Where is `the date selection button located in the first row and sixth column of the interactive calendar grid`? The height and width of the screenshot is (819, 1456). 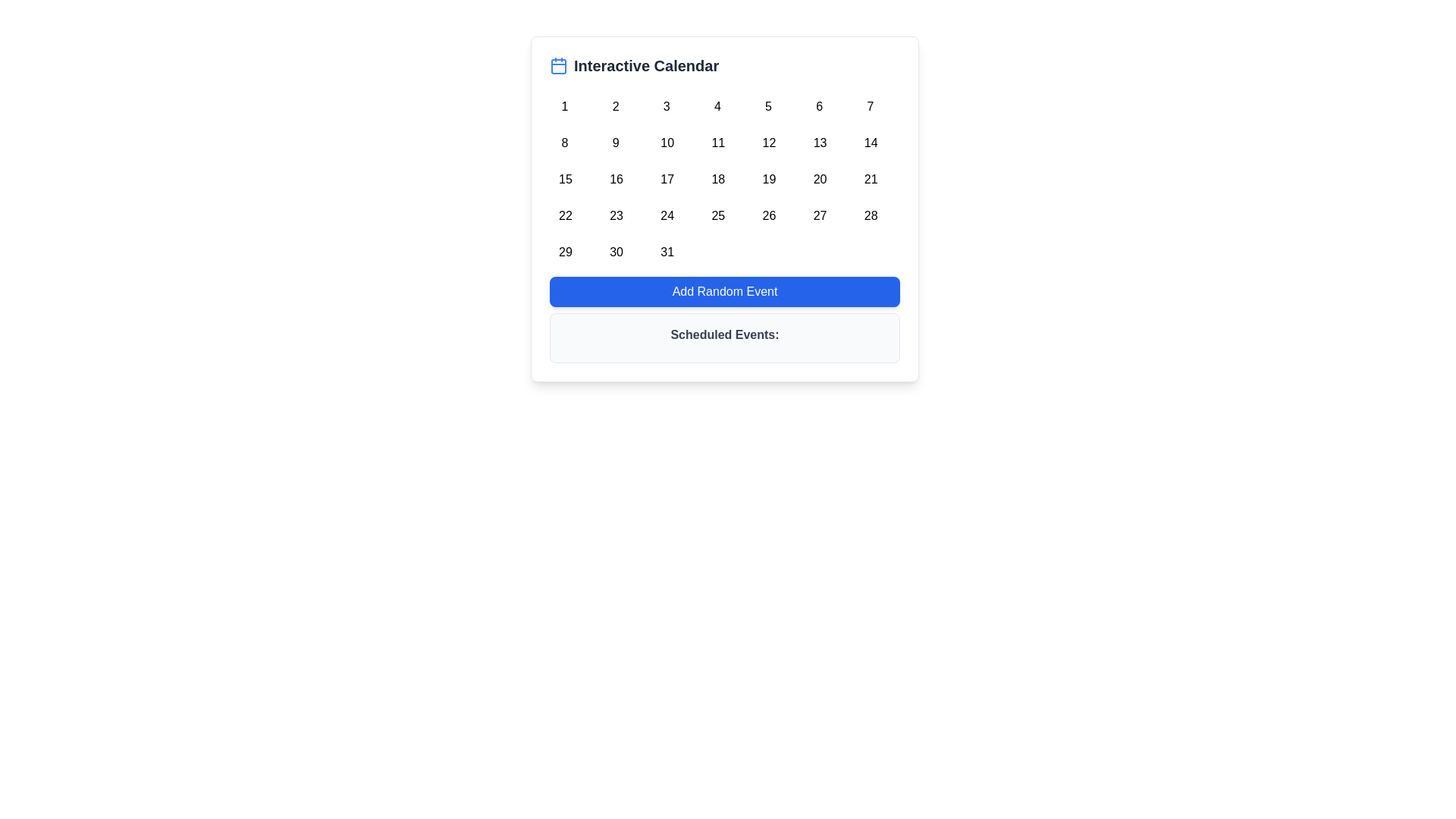
the date selection button located in the first row and sixth column of the interactive calendar grid is located at coordinates (818, 103).